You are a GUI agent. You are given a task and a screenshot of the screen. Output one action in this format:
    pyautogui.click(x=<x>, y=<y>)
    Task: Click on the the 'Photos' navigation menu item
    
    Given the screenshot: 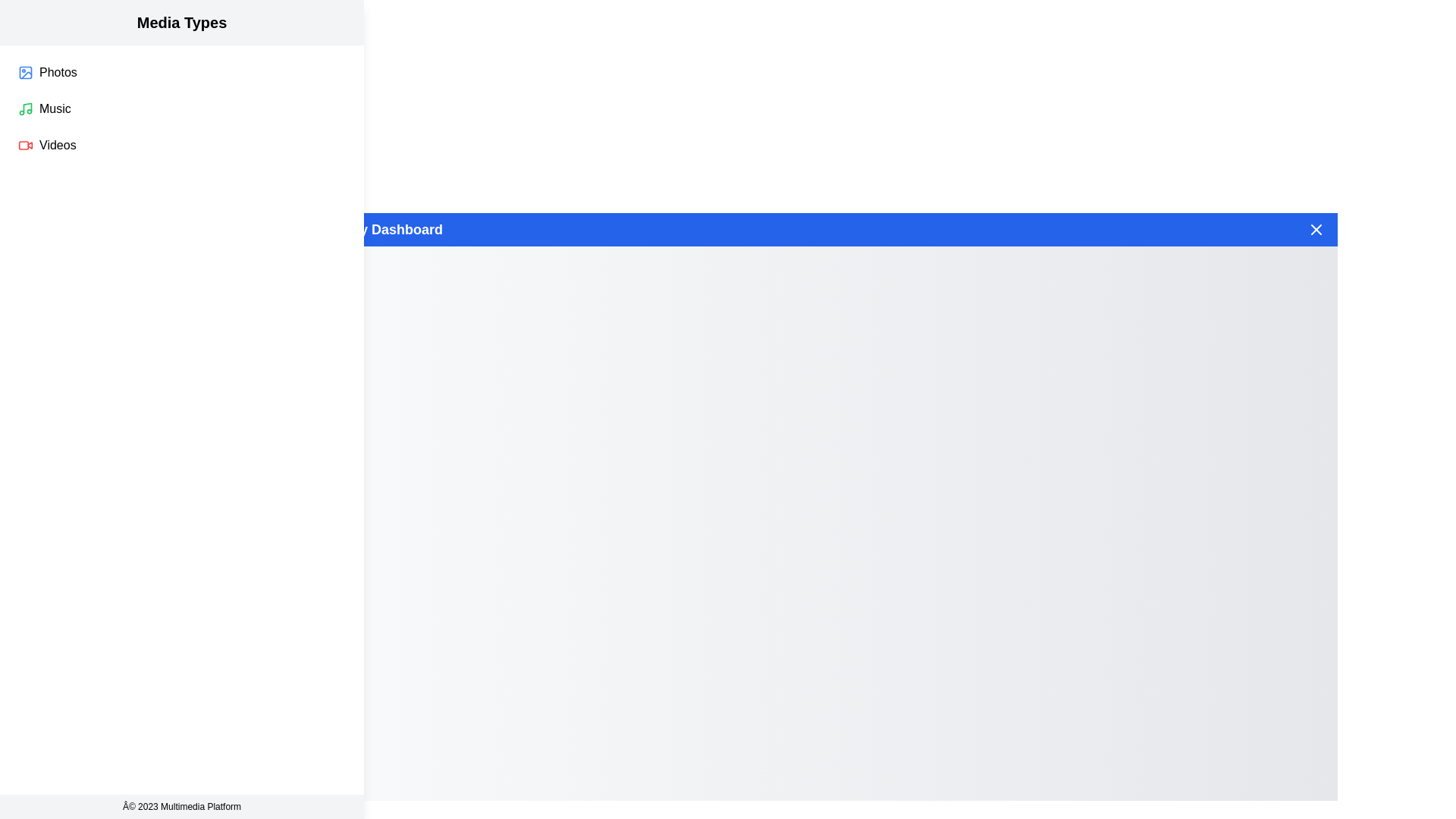 What is the action you would take?
    pyautogui.click(x=182, y=73)
    